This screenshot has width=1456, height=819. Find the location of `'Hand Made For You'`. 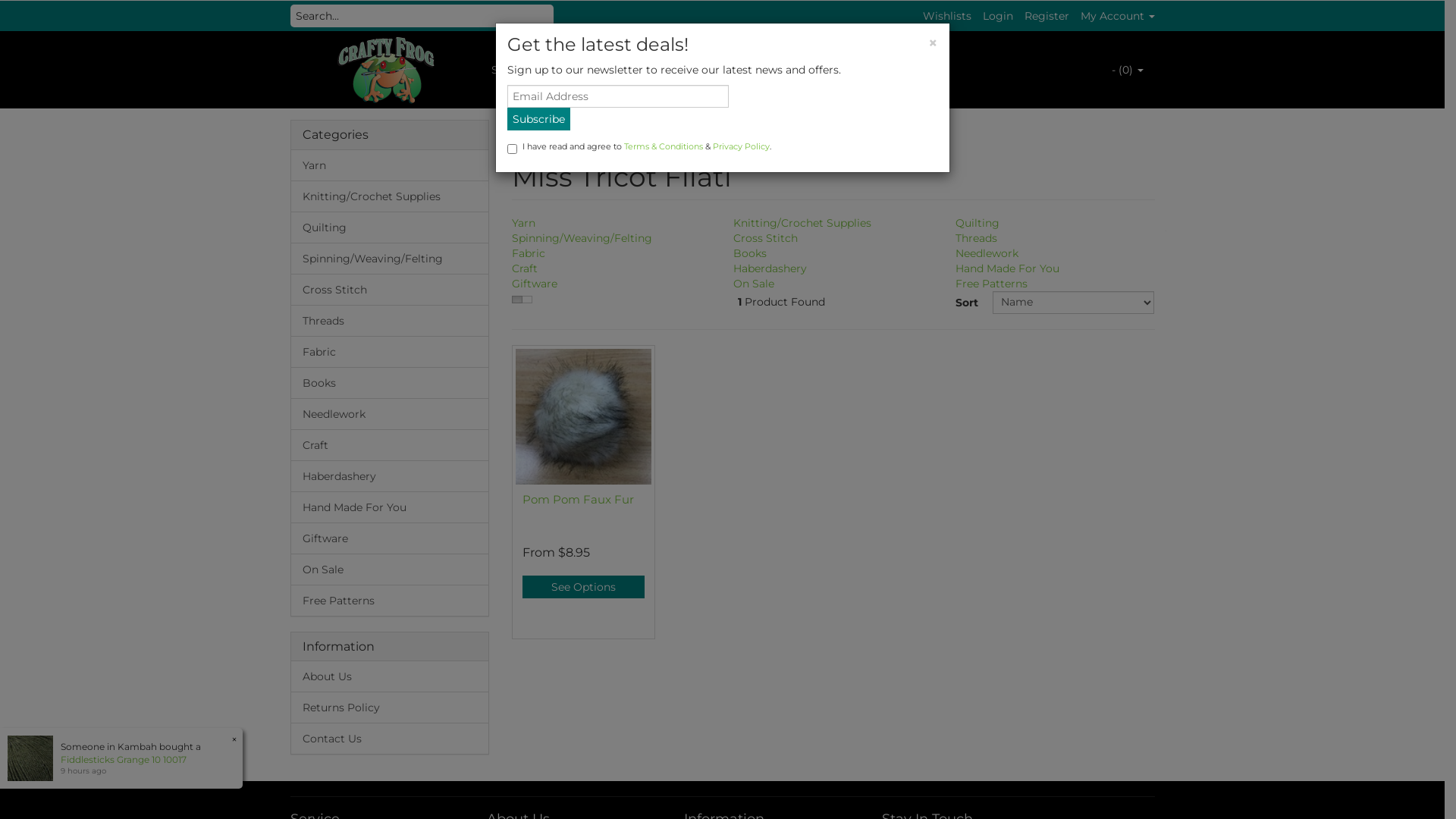

'Hand Made For You' is located at coordinates (390, 507).